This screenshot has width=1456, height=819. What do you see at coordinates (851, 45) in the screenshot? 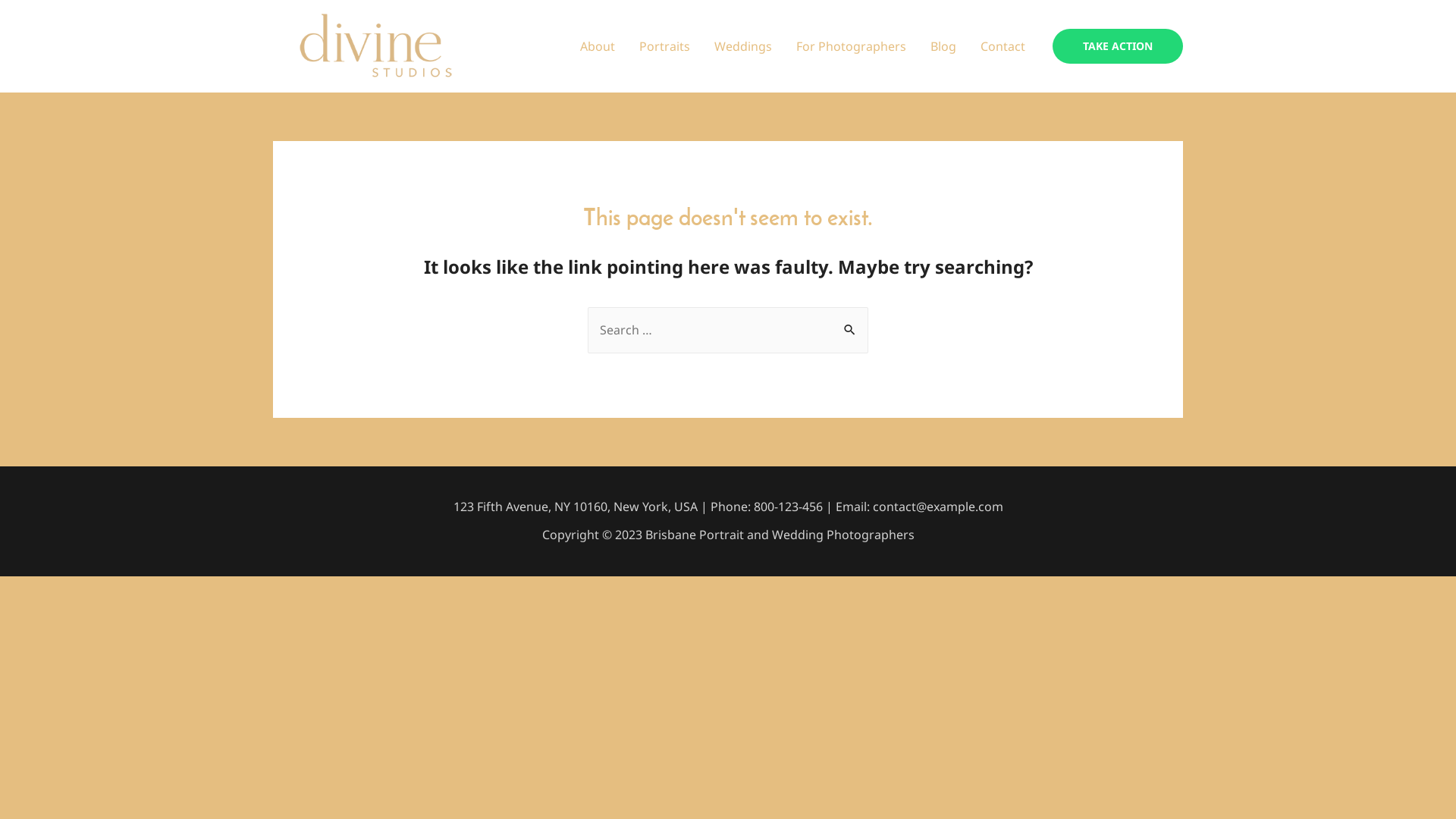
I see `'For Photographers'` at bounding box center [851, 45].